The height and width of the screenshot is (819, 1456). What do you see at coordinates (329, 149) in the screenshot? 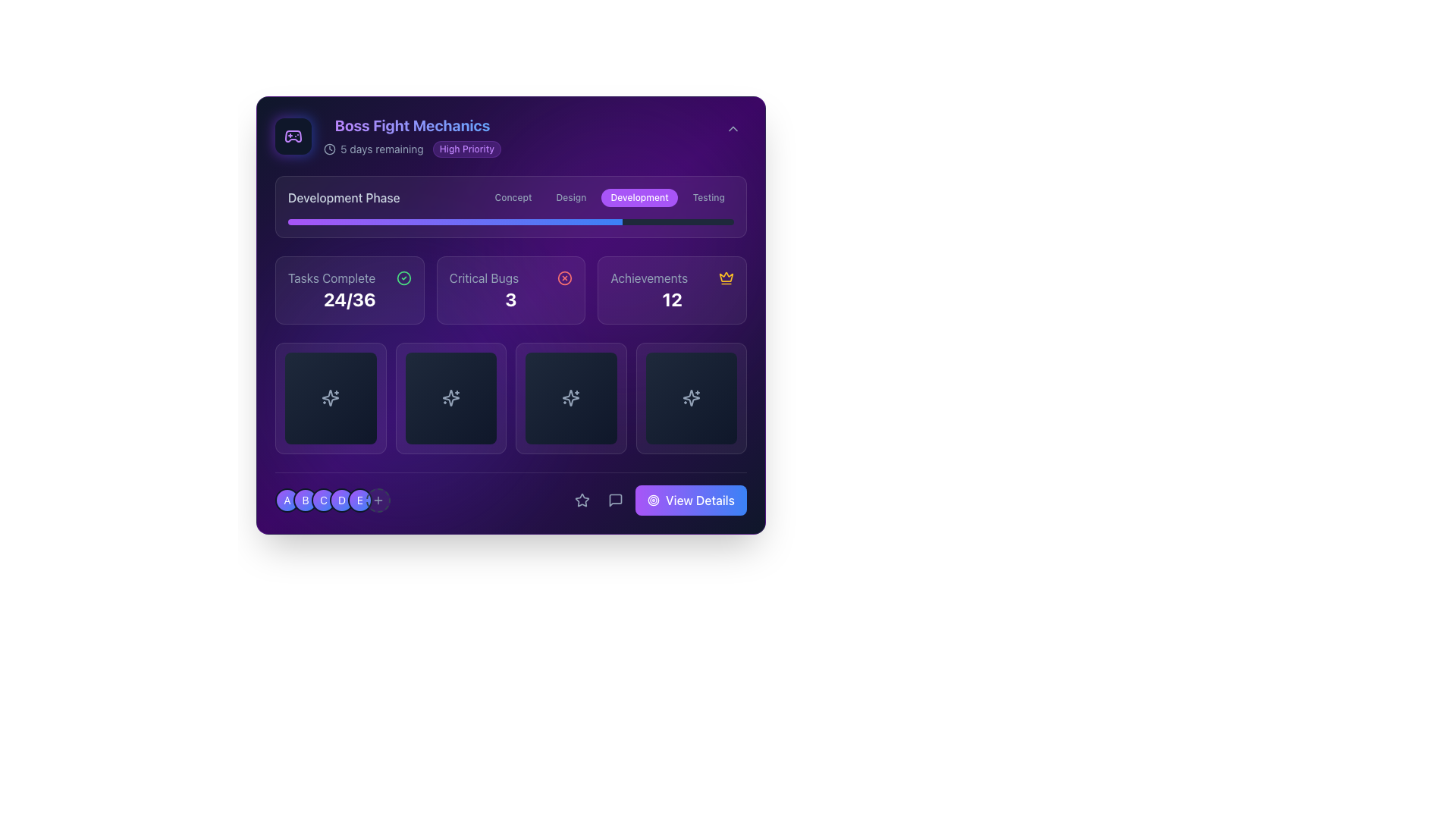
I see `the time tracking icon located in the top-left widget, adjacent to the text '5 days remaining'` at bounding box center [329, 149].